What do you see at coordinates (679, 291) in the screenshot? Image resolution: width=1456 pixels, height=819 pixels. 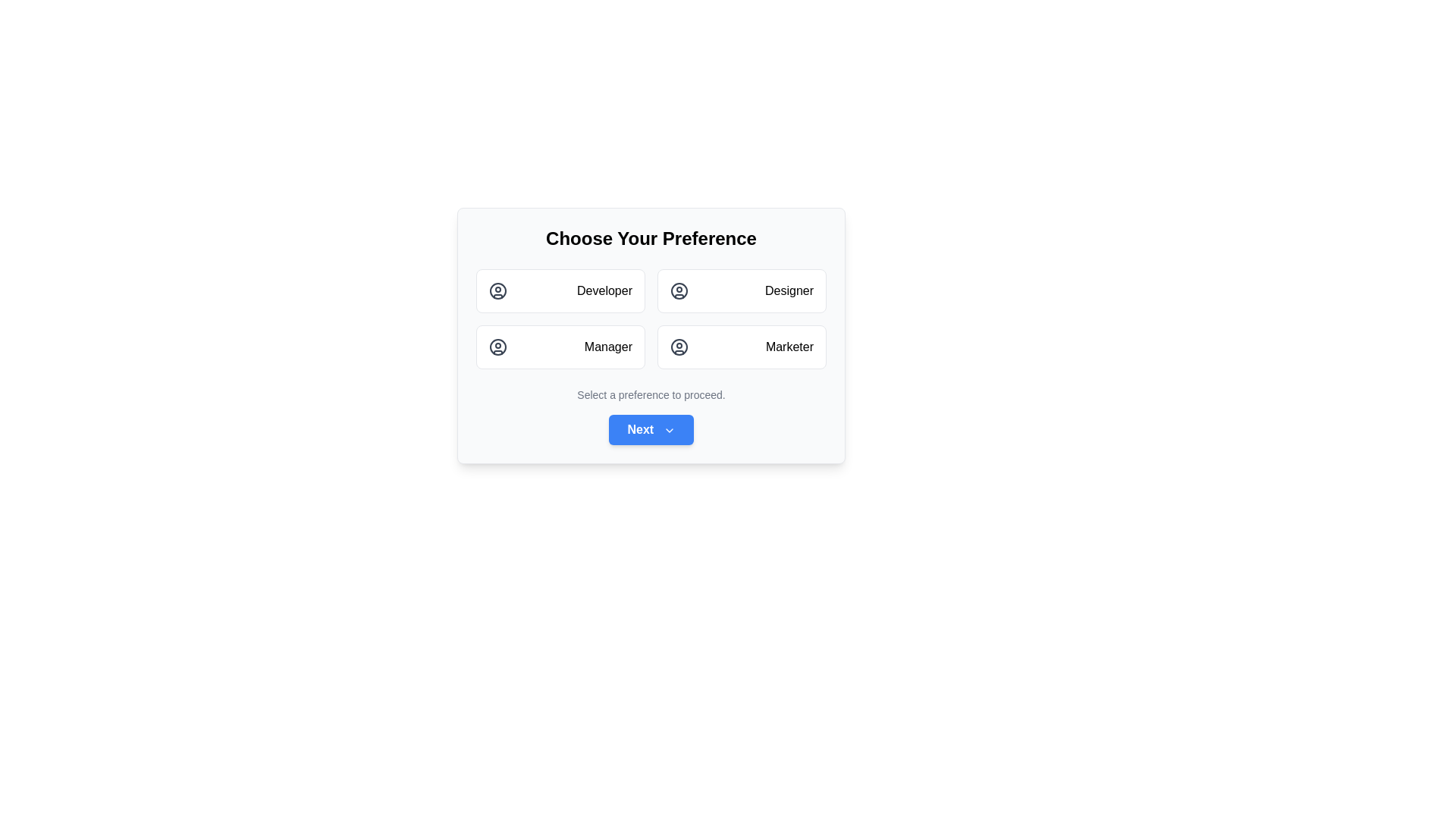 I see `the 'Designer' icon located in the top row, second column of the grid` at bounding box center [679, 291].